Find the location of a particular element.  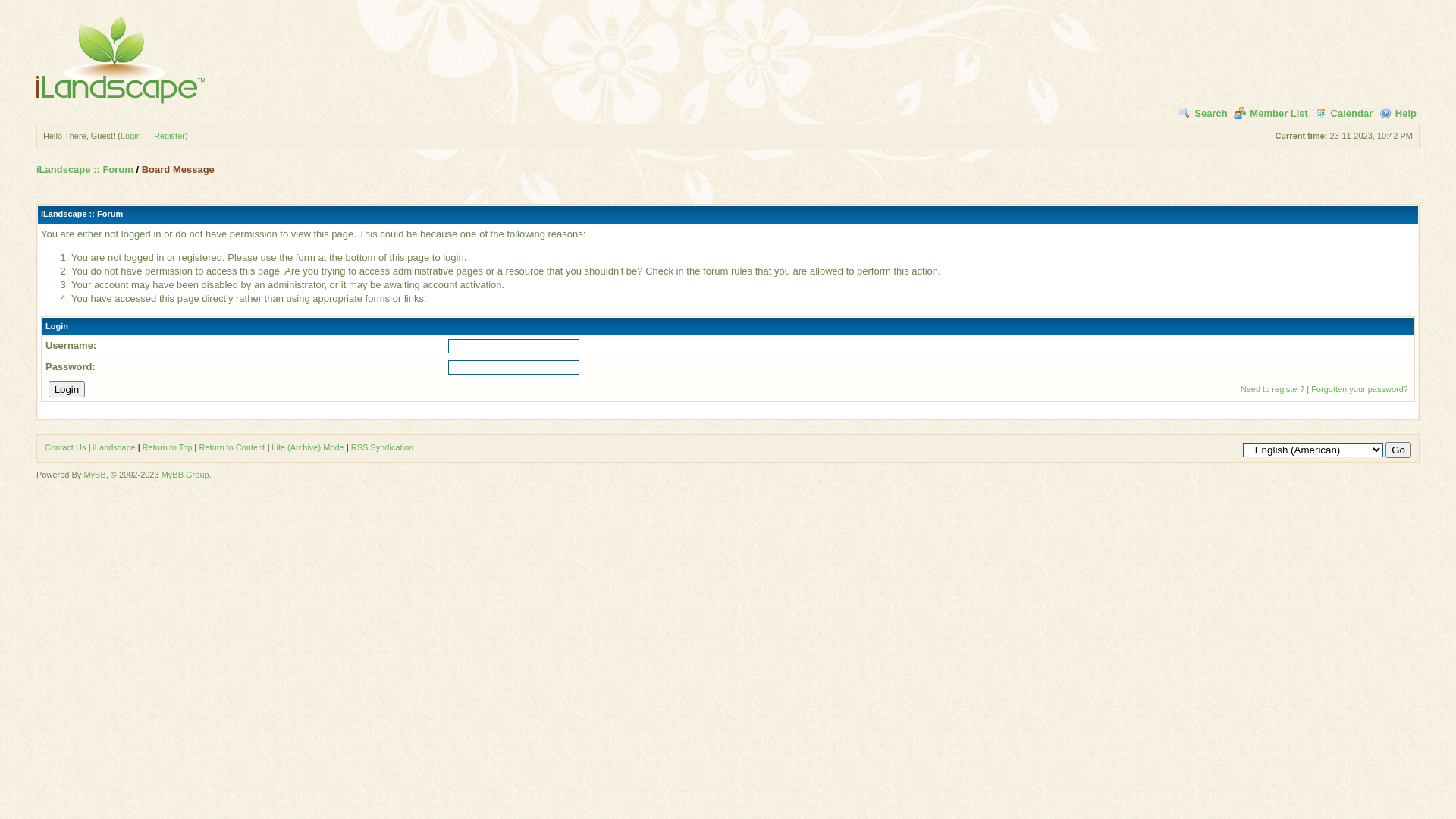

'Forgotten your password?' is located at coordinates (1360, 388).